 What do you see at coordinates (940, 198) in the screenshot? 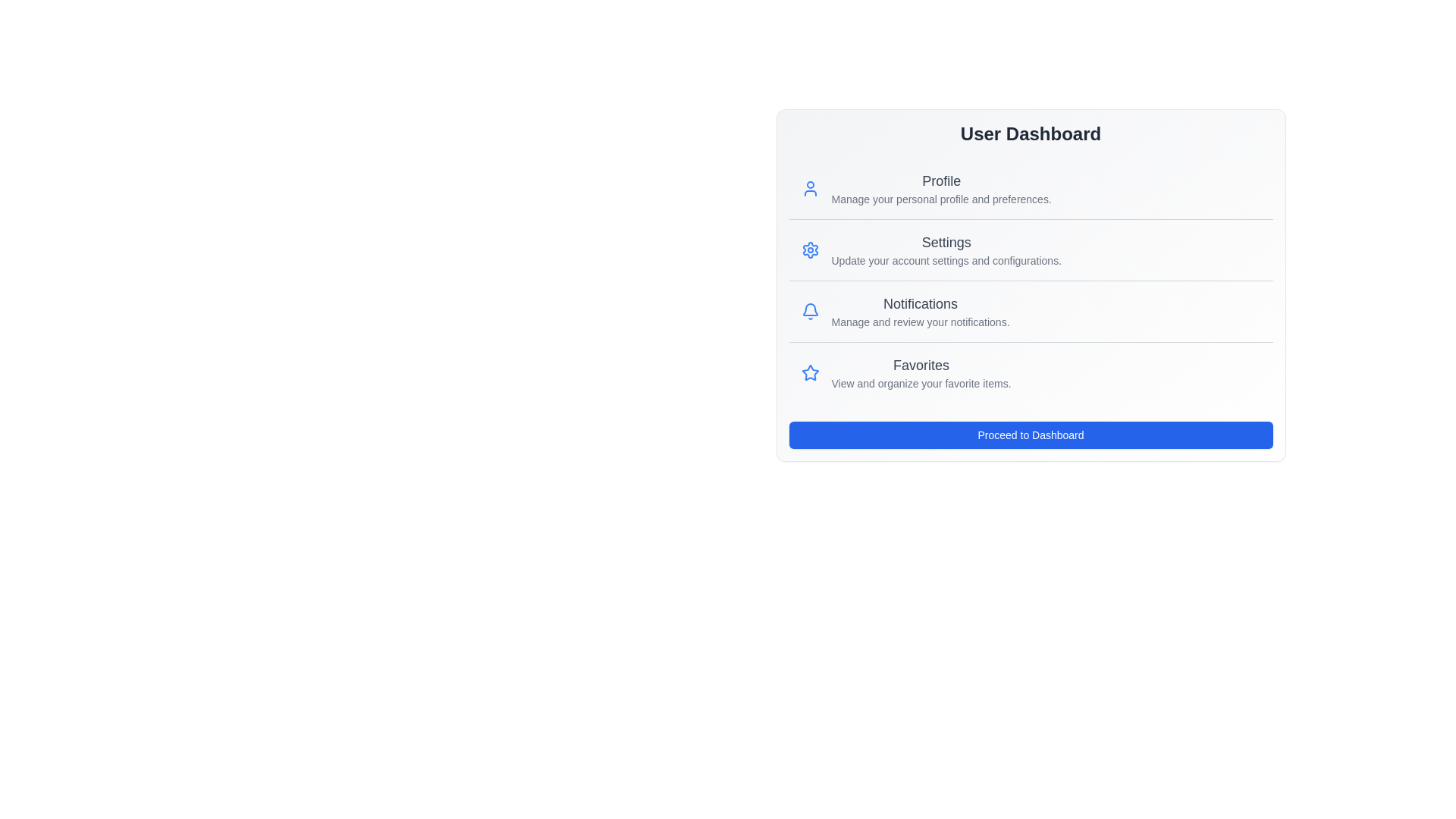
I see `the Text Description element located directly below the 'Profile' label and icon in the top-left quadrant of the user dashboard` at bounding box center [940, 198].